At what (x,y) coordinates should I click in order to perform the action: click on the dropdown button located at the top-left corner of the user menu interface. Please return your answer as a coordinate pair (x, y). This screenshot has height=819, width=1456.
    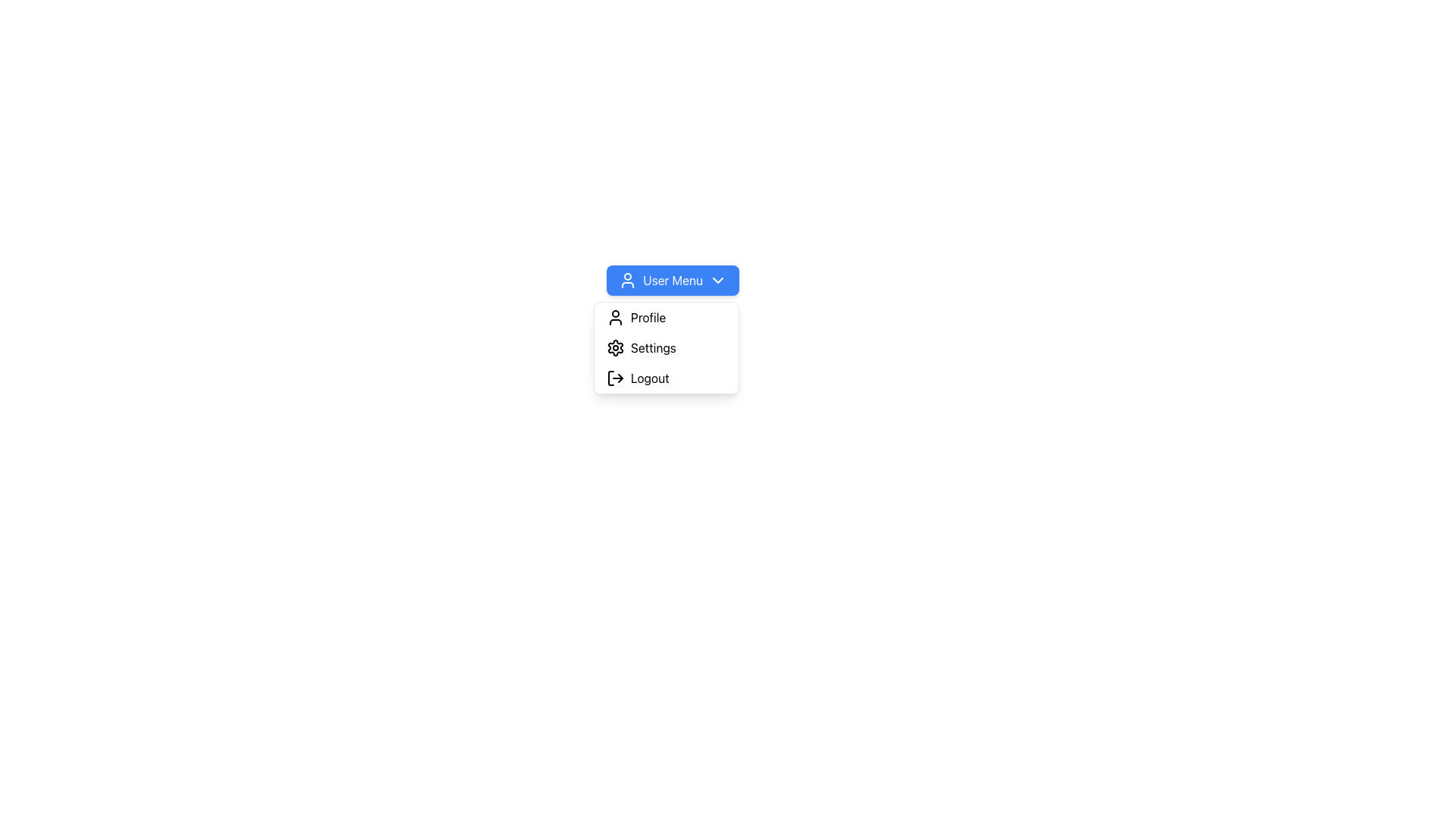
    Looking at the image, I should click on (672, 281).